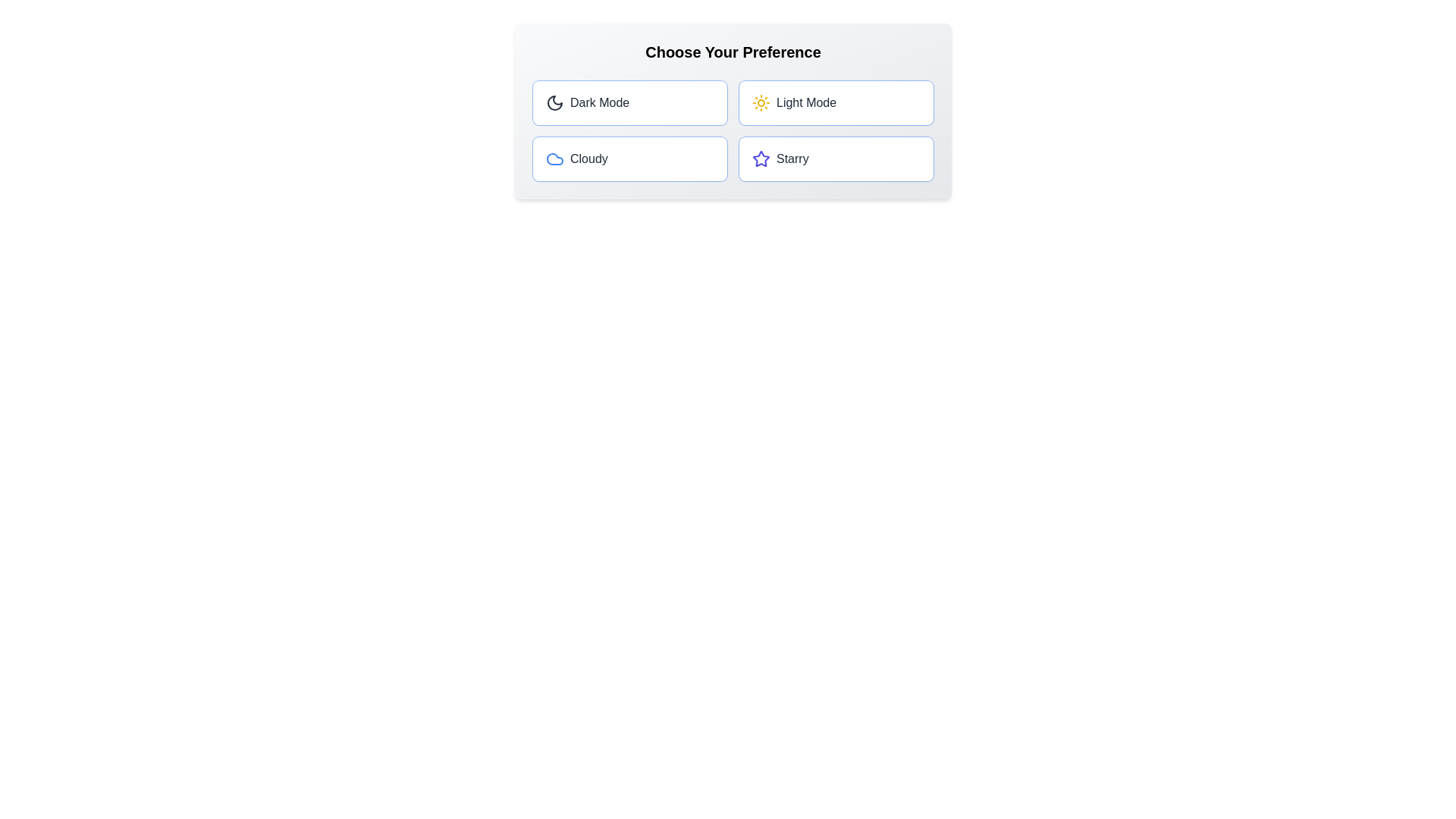  Describe the element at coordinates (554, 158) in the screenshot. I see `the blue cloud-shaped icon, which is located to the left of the text label 'Cloudy'` at that location.